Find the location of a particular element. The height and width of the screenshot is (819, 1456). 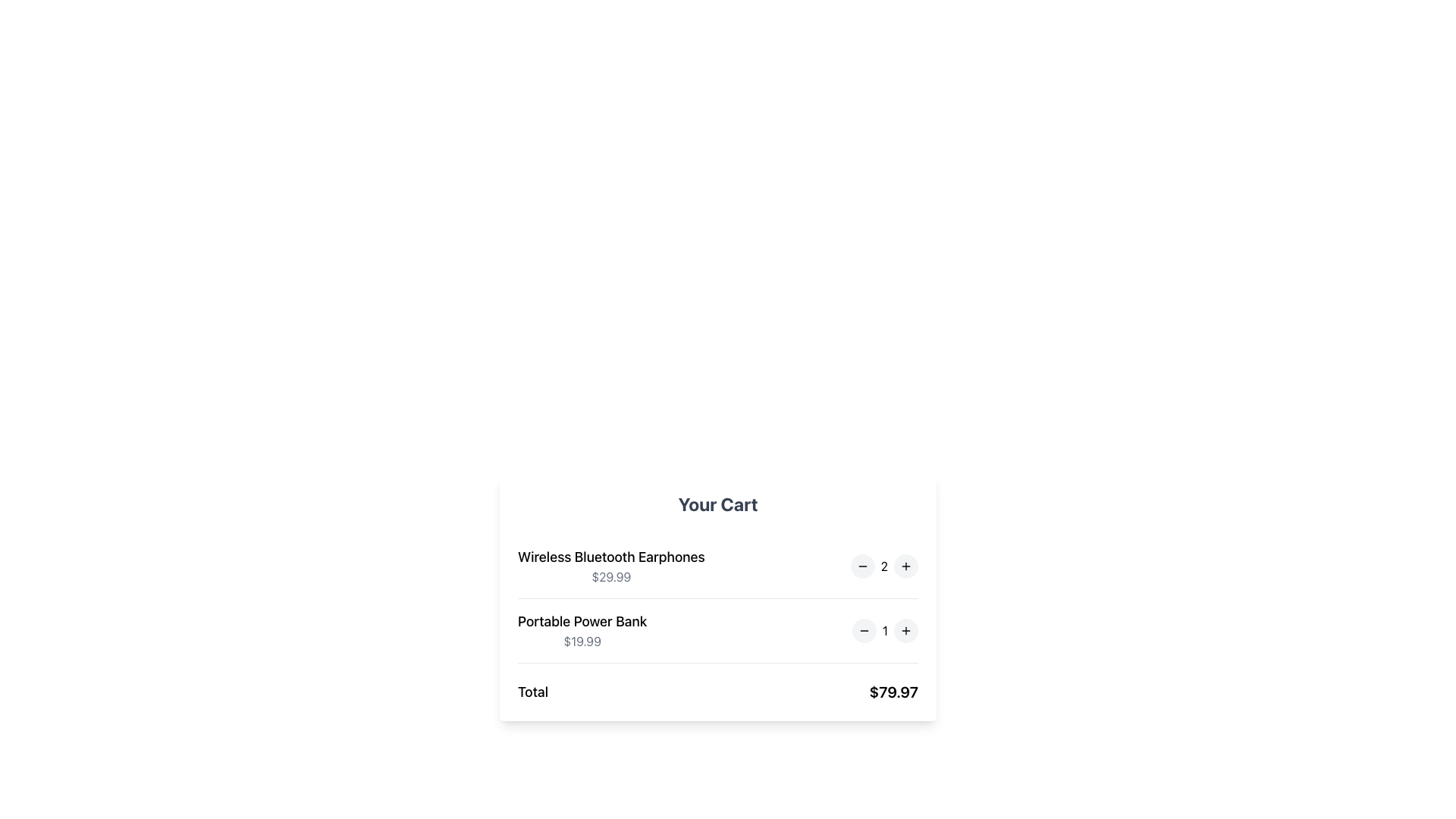

the text label displaying 'Portable Power Bank' which is prominently styled and located under the header 'Your Cart' is located at coordinates (582, 622).